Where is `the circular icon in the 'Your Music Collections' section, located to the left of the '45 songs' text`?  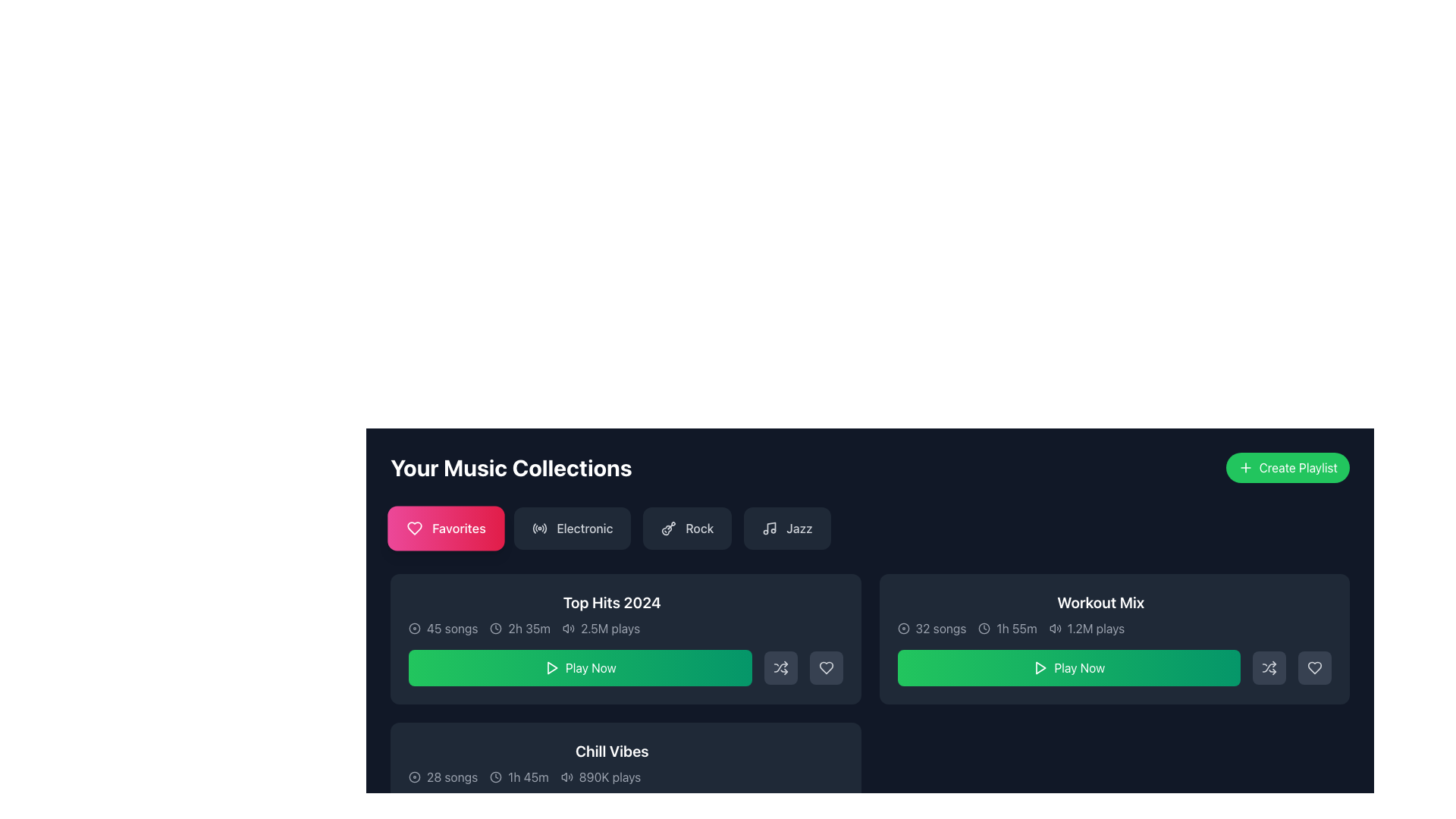
the circular icon in the 'Your Music Collections' section, located to the left of the '45 songs' text is located at coordinates (415, 629).